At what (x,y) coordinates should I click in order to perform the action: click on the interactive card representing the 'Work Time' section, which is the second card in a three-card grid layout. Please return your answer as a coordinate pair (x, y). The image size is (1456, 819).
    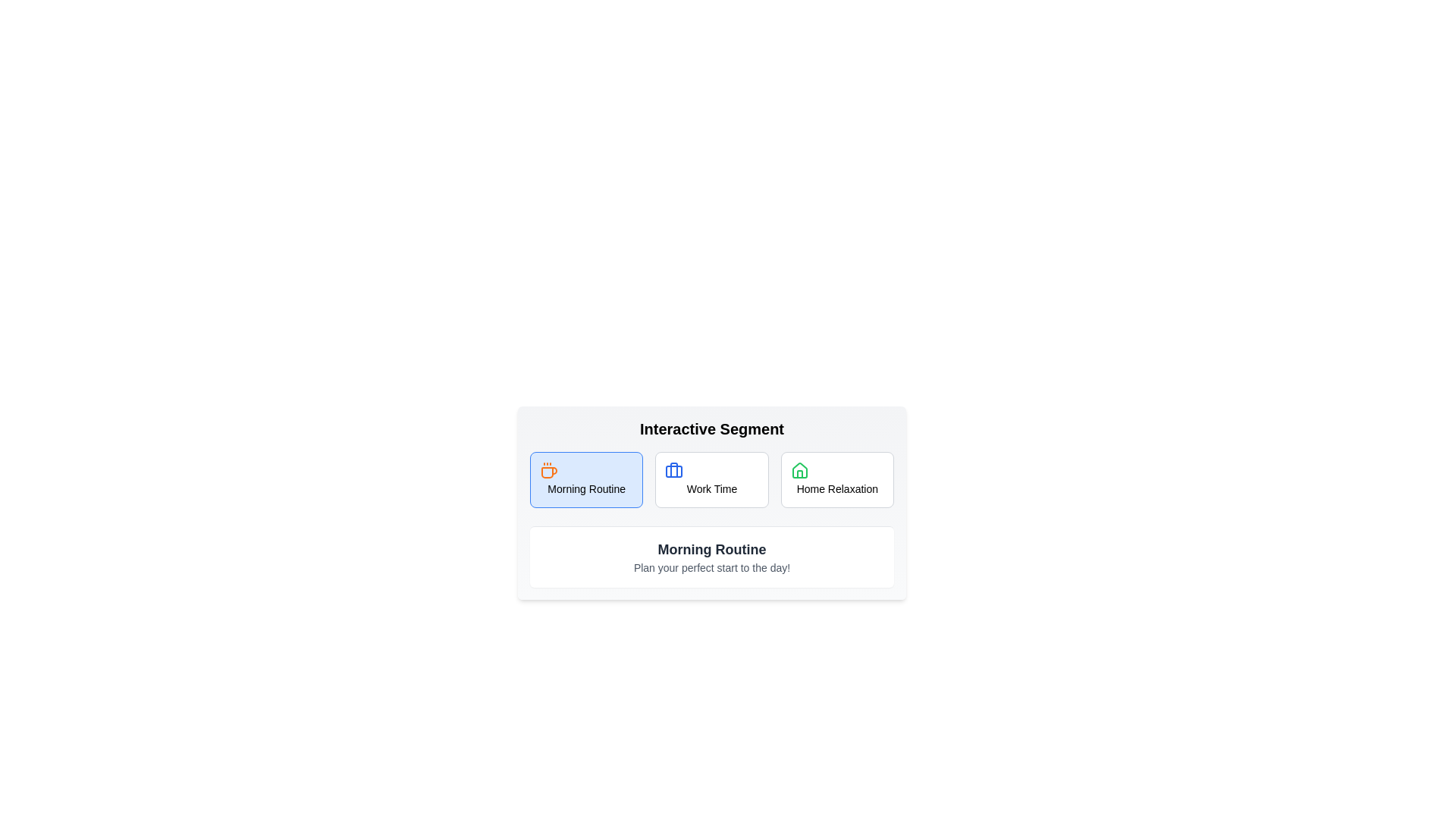
    Looking at the image, I should click on (711, 479).